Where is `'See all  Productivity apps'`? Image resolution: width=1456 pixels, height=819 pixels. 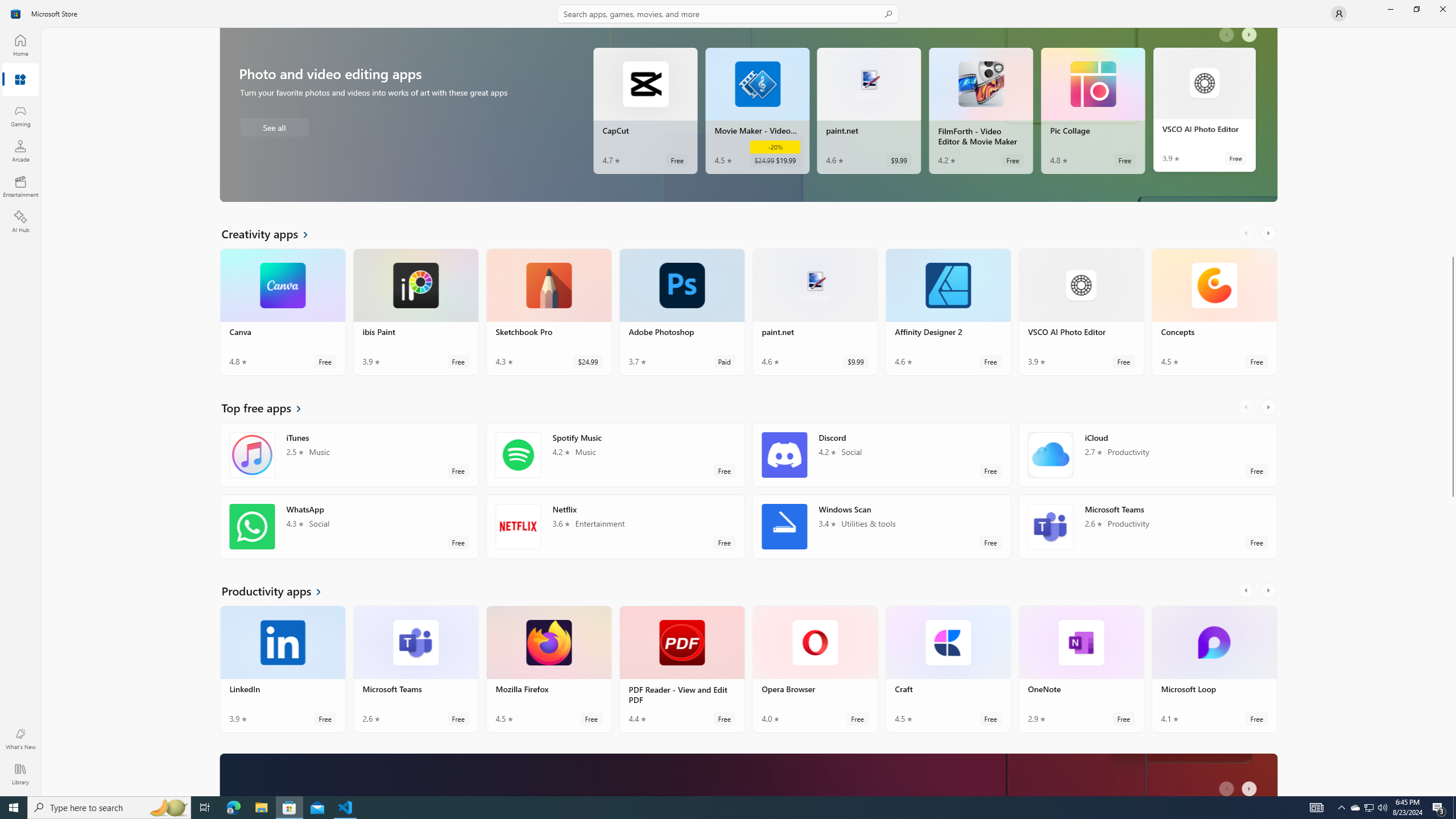
'See all  Productivity apps' is located at coordinates (278, 590).